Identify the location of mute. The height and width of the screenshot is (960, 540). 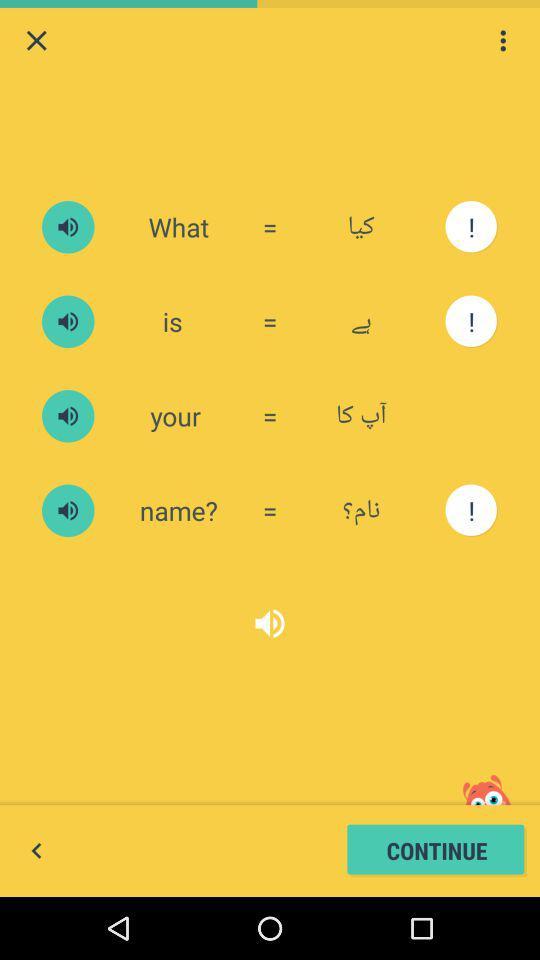
(67, 509).